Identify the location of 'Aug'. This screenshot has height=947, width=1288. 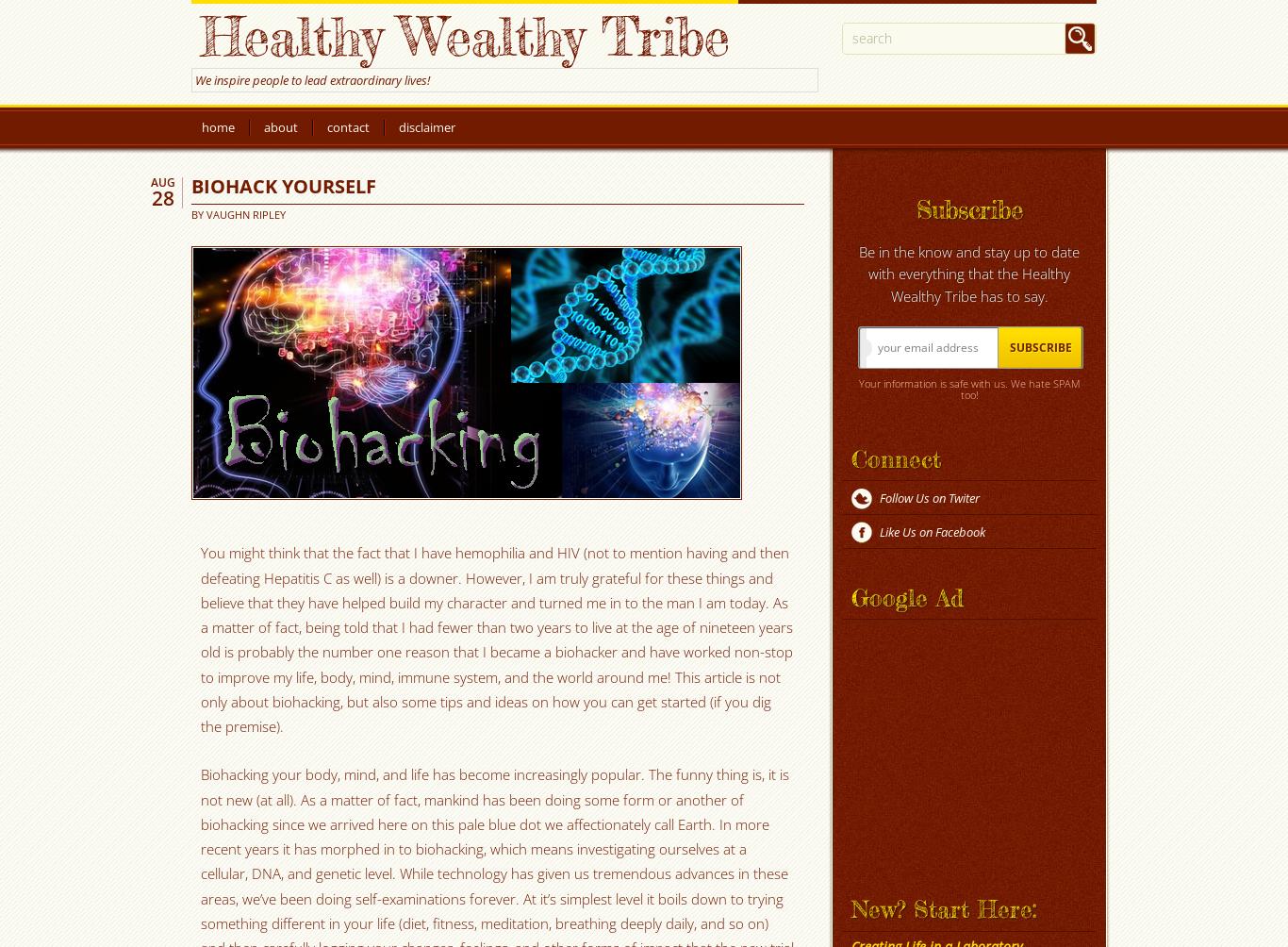
(161, 181).